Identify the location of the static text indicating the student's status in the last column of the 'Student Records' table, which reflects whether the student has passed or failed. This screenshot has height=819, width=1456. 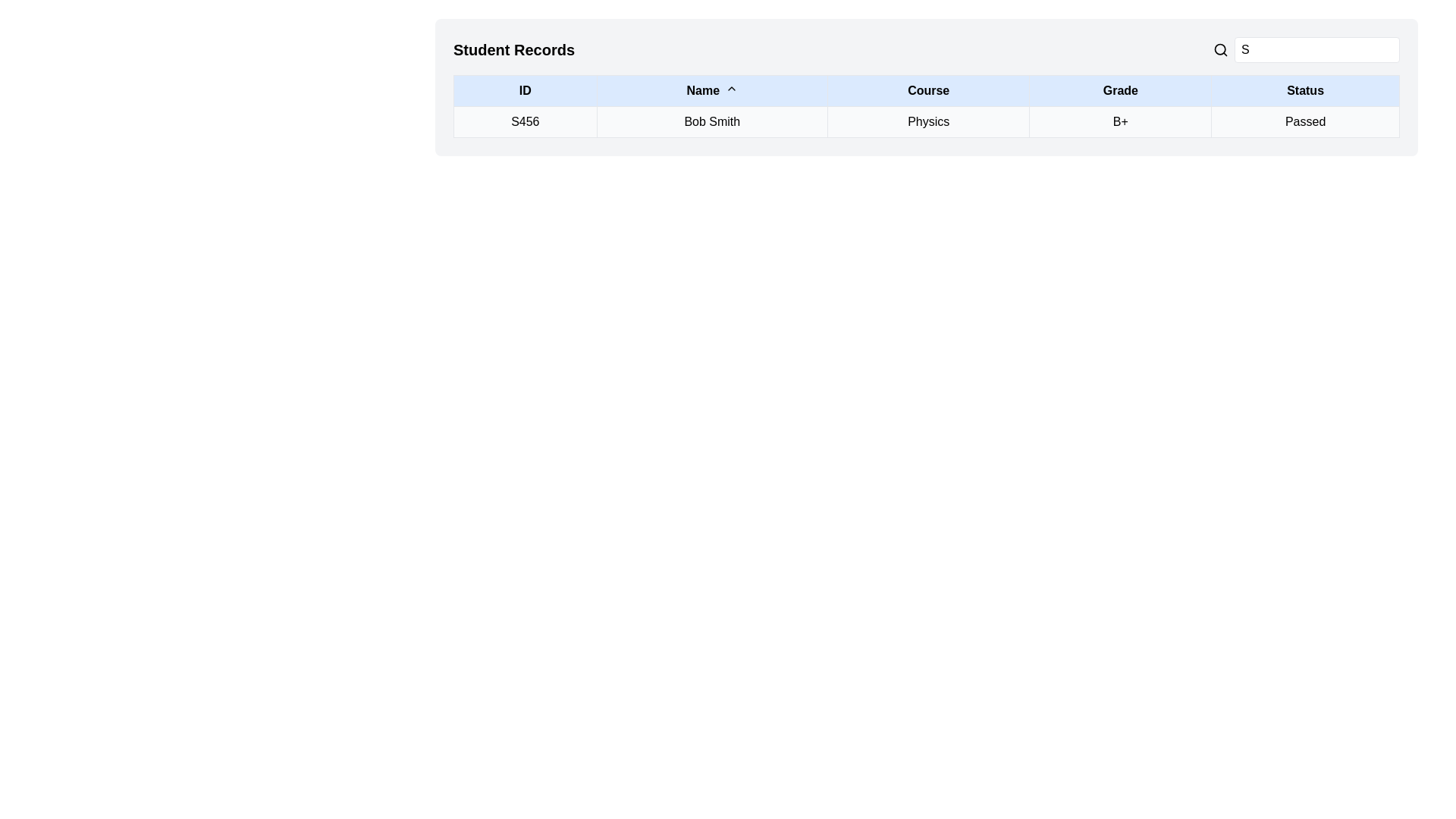
(1304, 121).